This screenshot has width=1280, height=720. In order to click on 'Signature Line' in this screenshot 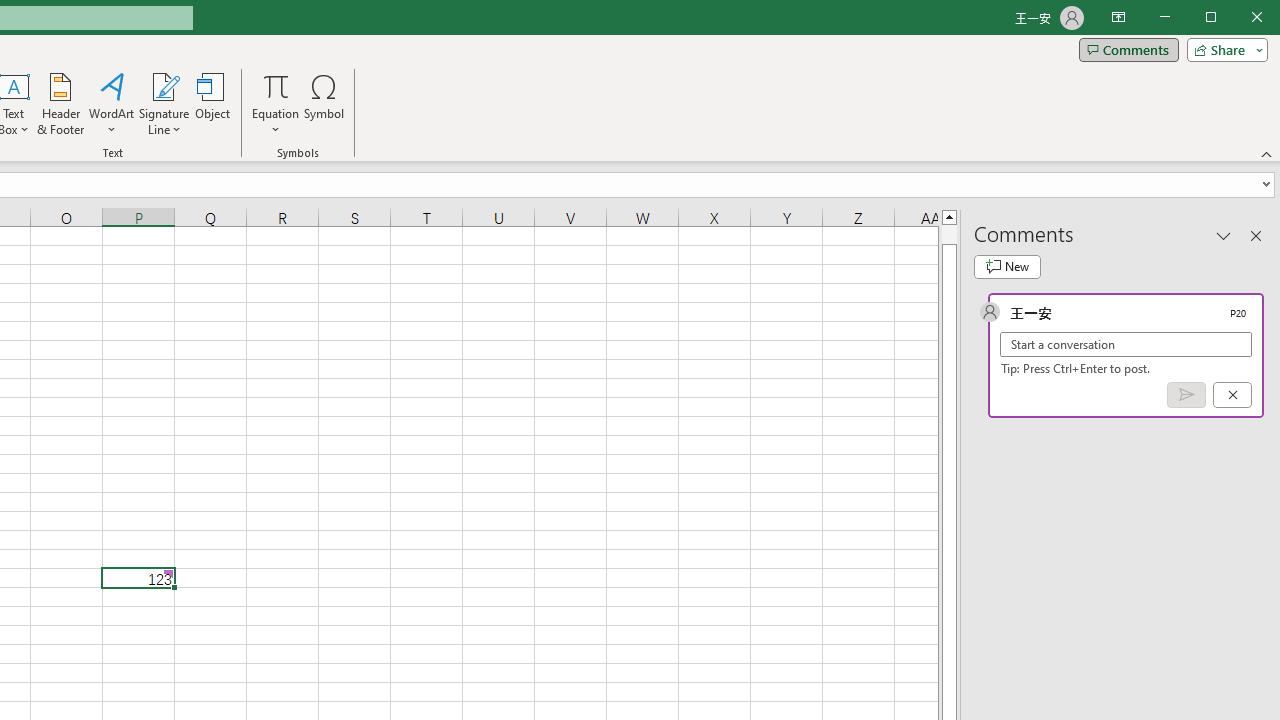, I will do `click(164, 104)`.